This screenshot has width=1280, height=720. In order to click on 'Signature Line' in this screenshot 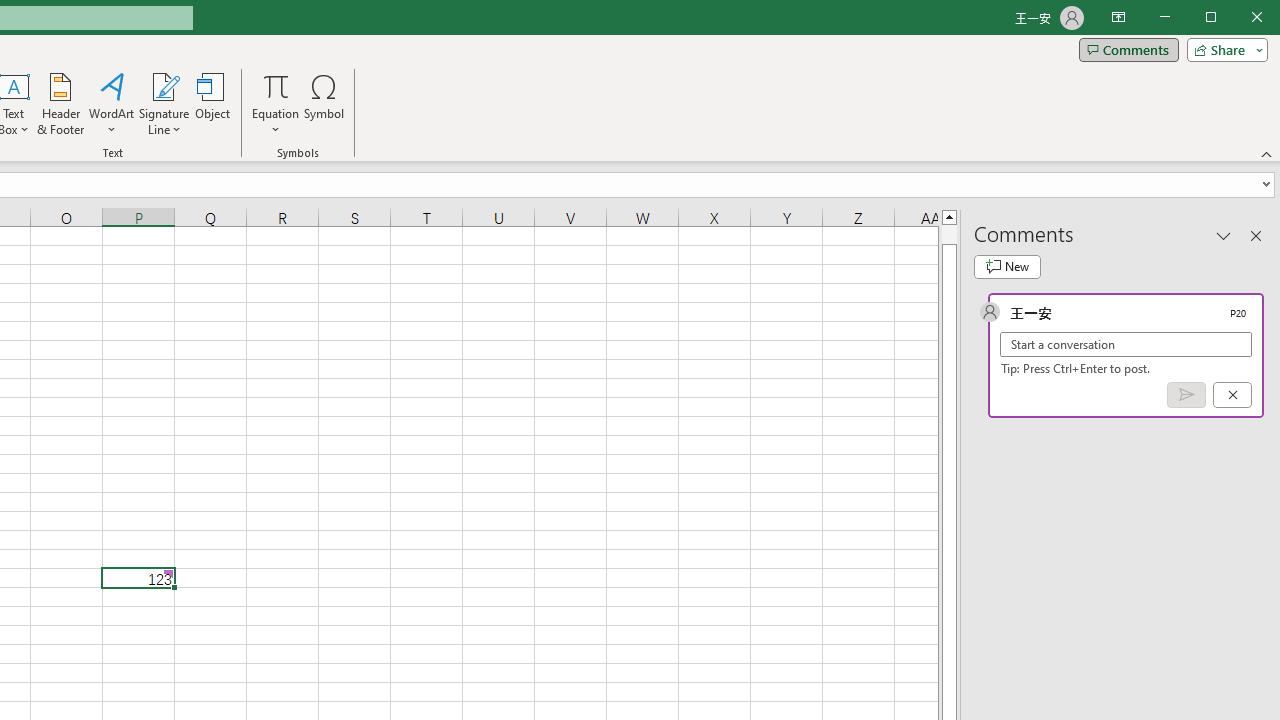, I will do `click(164, 104)`.